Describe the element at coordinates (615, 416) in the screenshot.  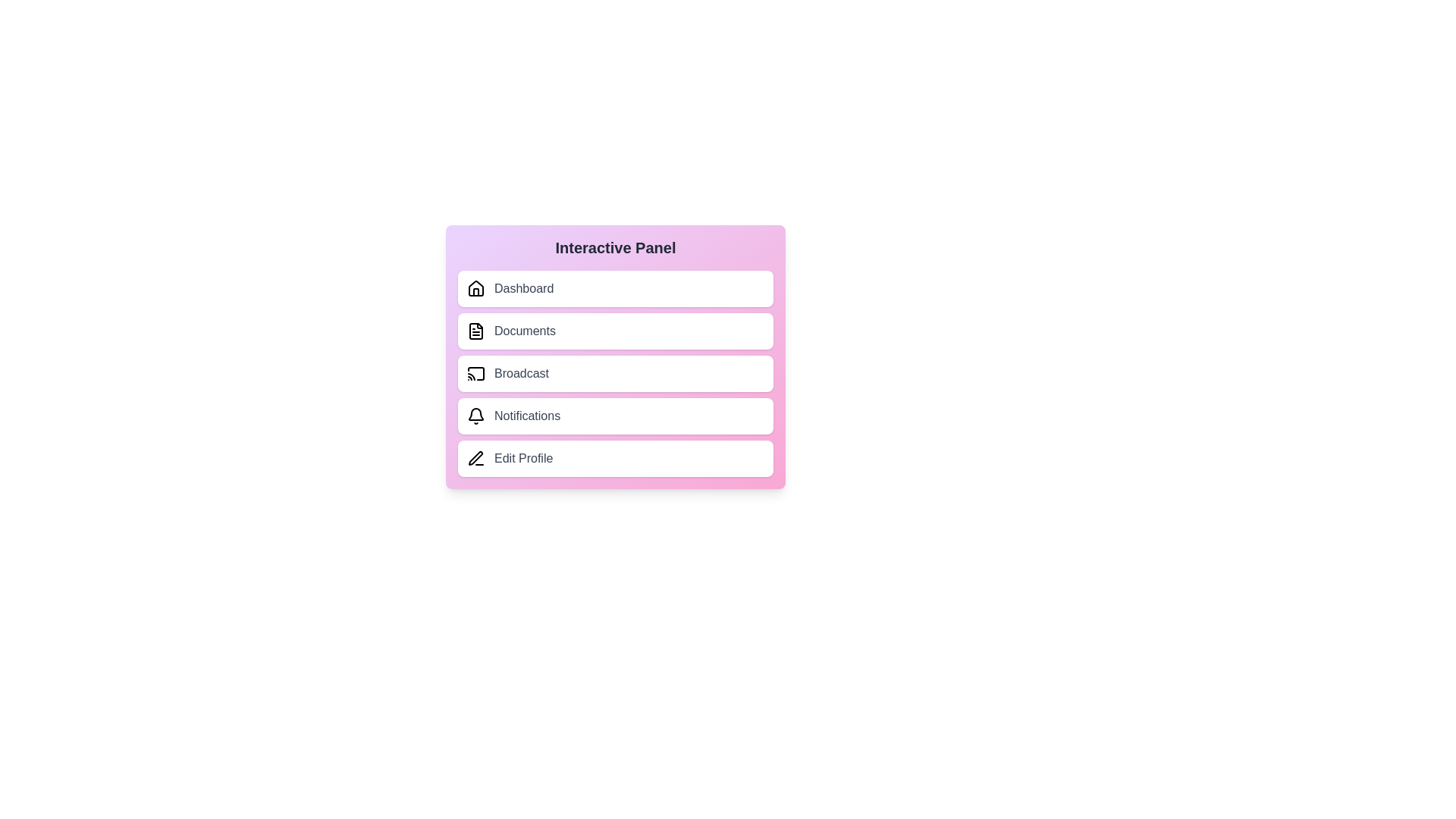
I see `the list item labeled Notifications` at that location.